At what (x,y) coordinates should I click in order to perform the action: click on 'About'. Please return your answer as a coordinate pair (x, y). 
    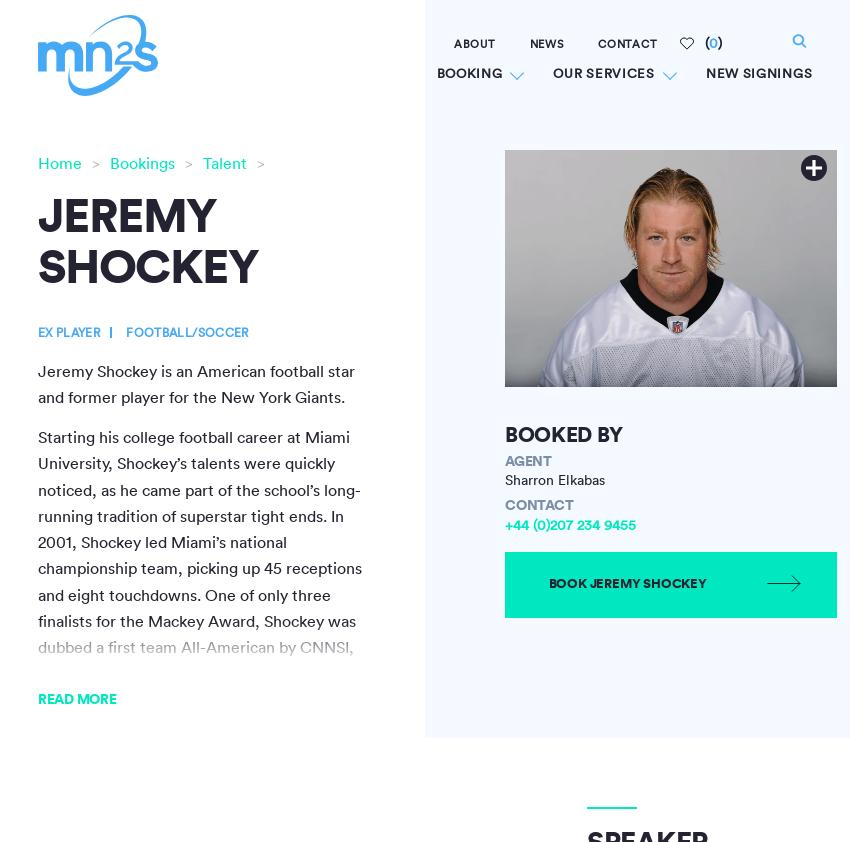
    Looking at the image, I should click on (452, 43).